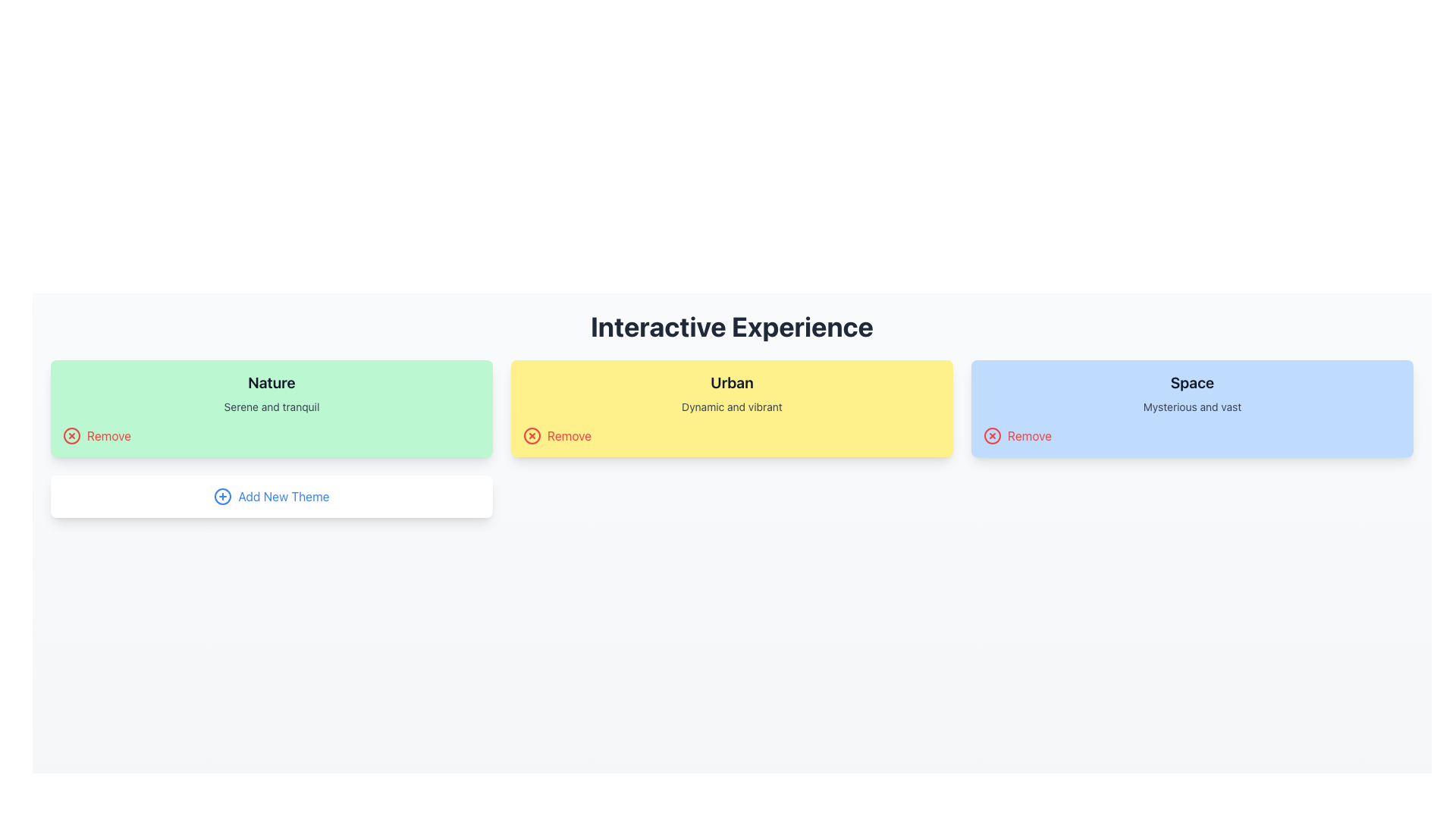 This screenshot has width=1456, height=819. I want to click on the static text block reading 'Serene and tranquil' which is located beneath the 'Nature' title and above the 'Remove' button in the first card, so click(271, 406).